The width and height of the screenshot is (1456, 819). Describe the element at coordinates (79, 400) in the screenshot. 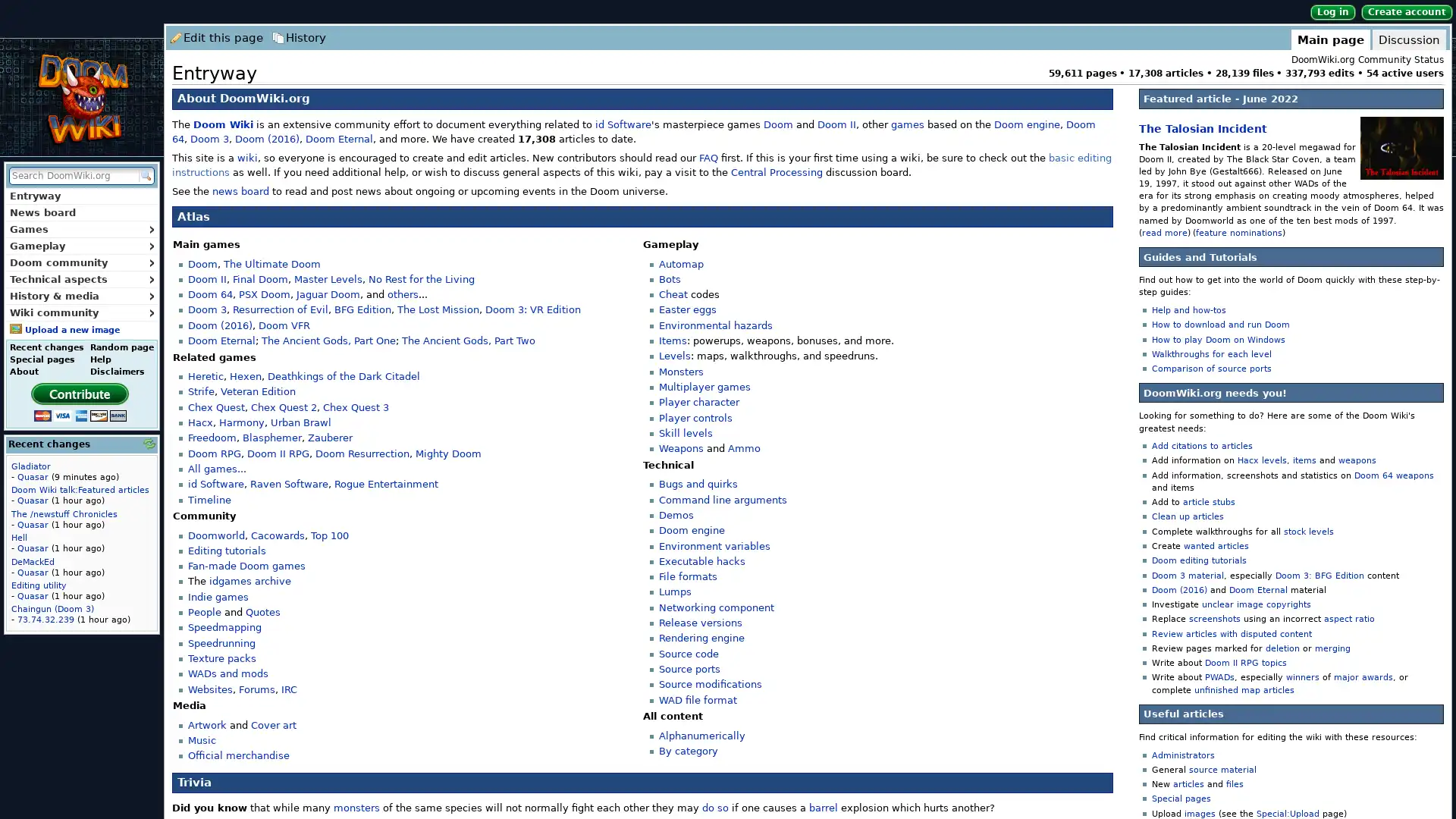

I see `PayPal - The safer, easier way to pay online!` at that location.